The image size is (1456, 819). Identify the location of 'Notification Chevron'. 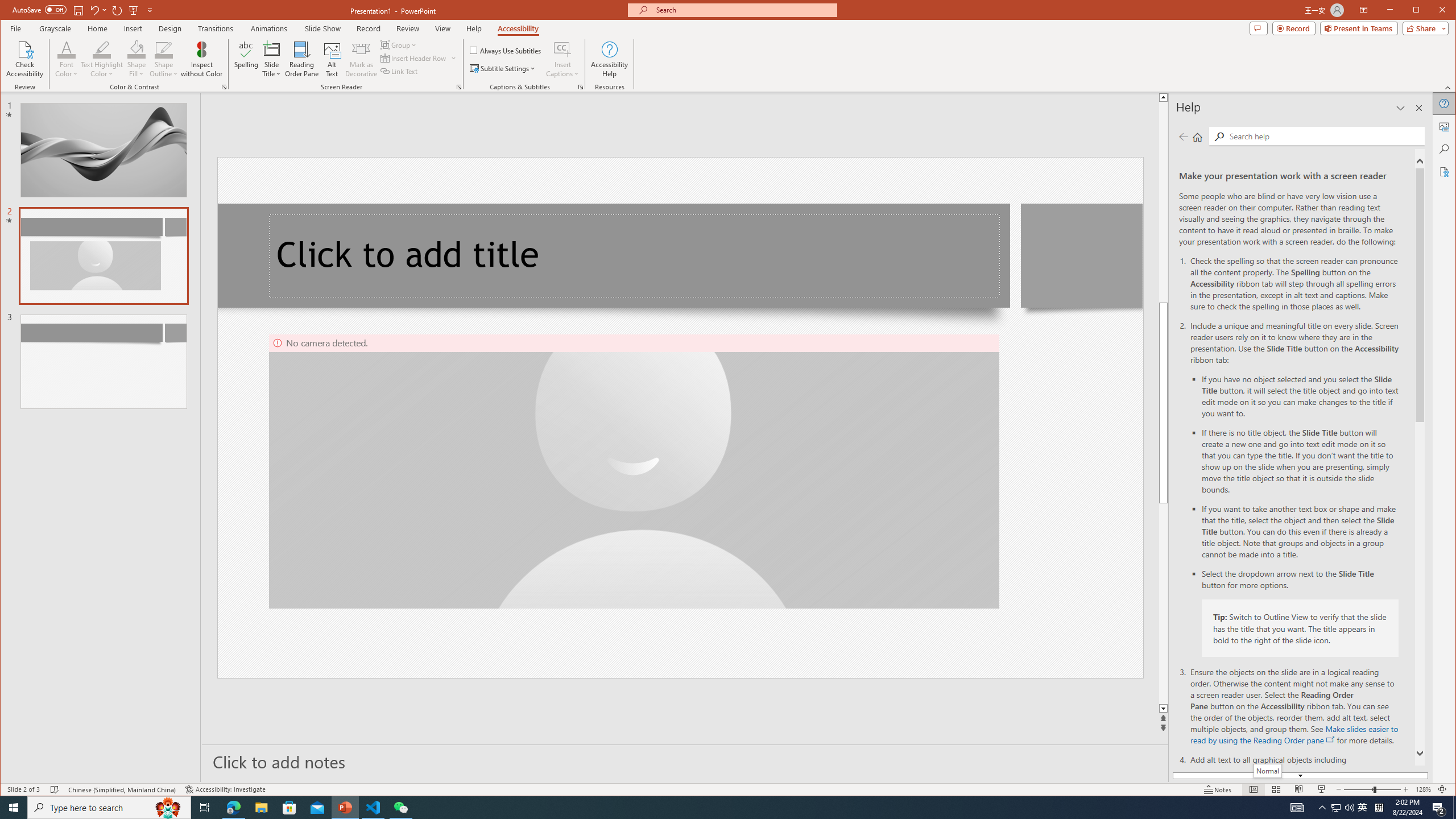
(1322, 806).